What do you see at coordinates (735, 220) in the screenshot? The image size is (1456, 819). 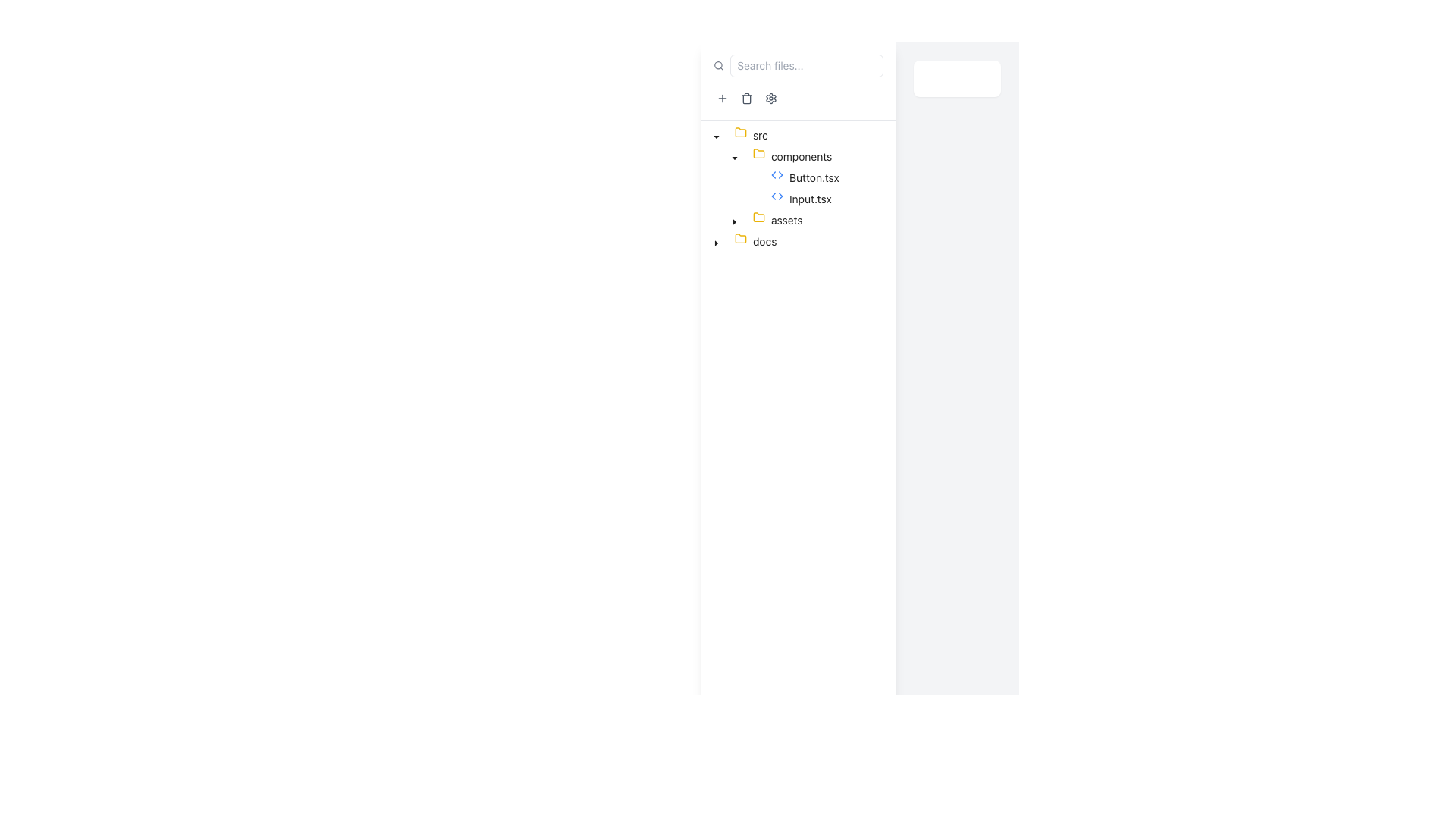 I see `the small triangle button next to the 'assets' folder` at bounding box center [735, 220].